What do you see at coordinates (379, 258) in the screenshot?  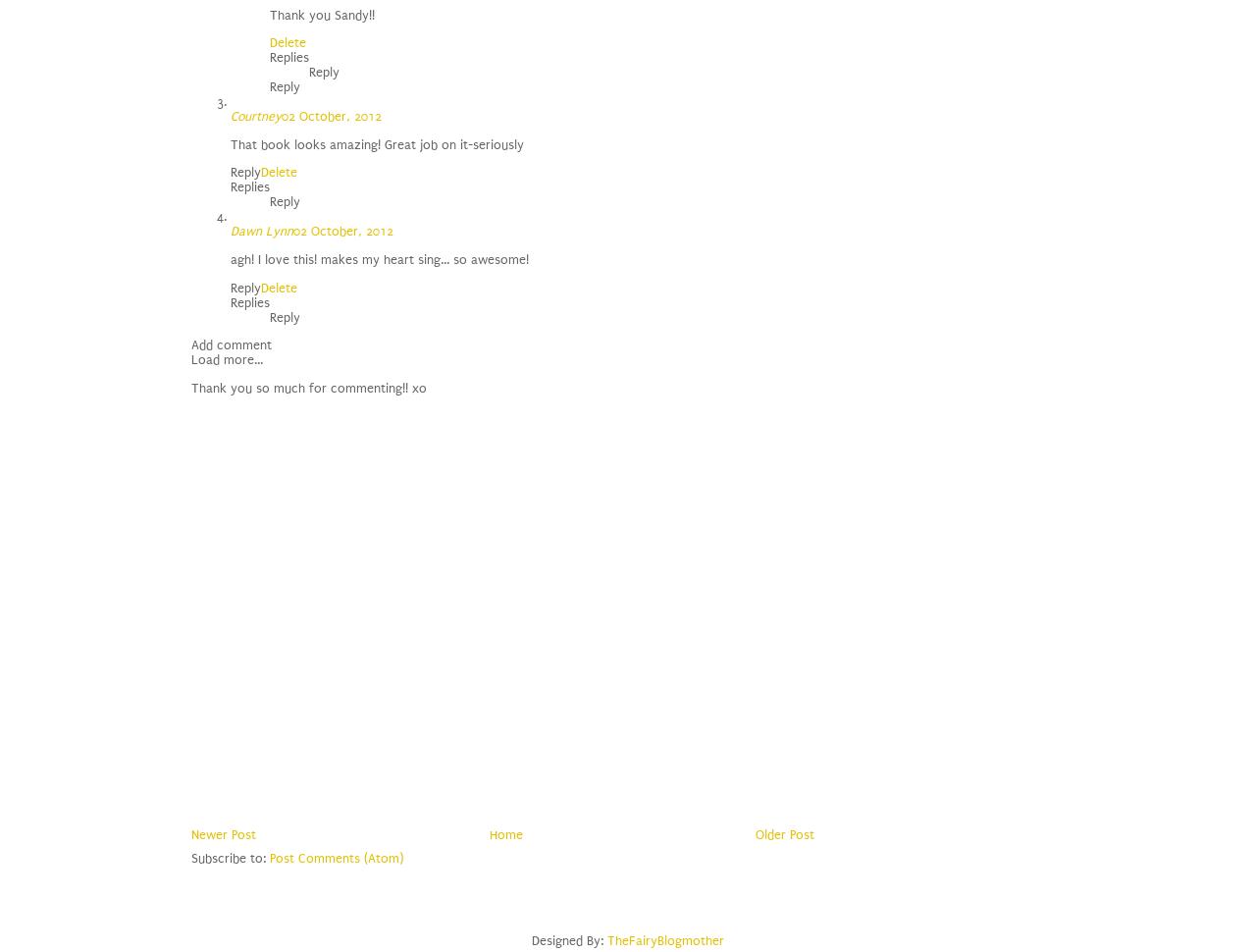 I see `'agh! I love this! makes my heart sing... so awesome!'` at bounding box center [379, 258].